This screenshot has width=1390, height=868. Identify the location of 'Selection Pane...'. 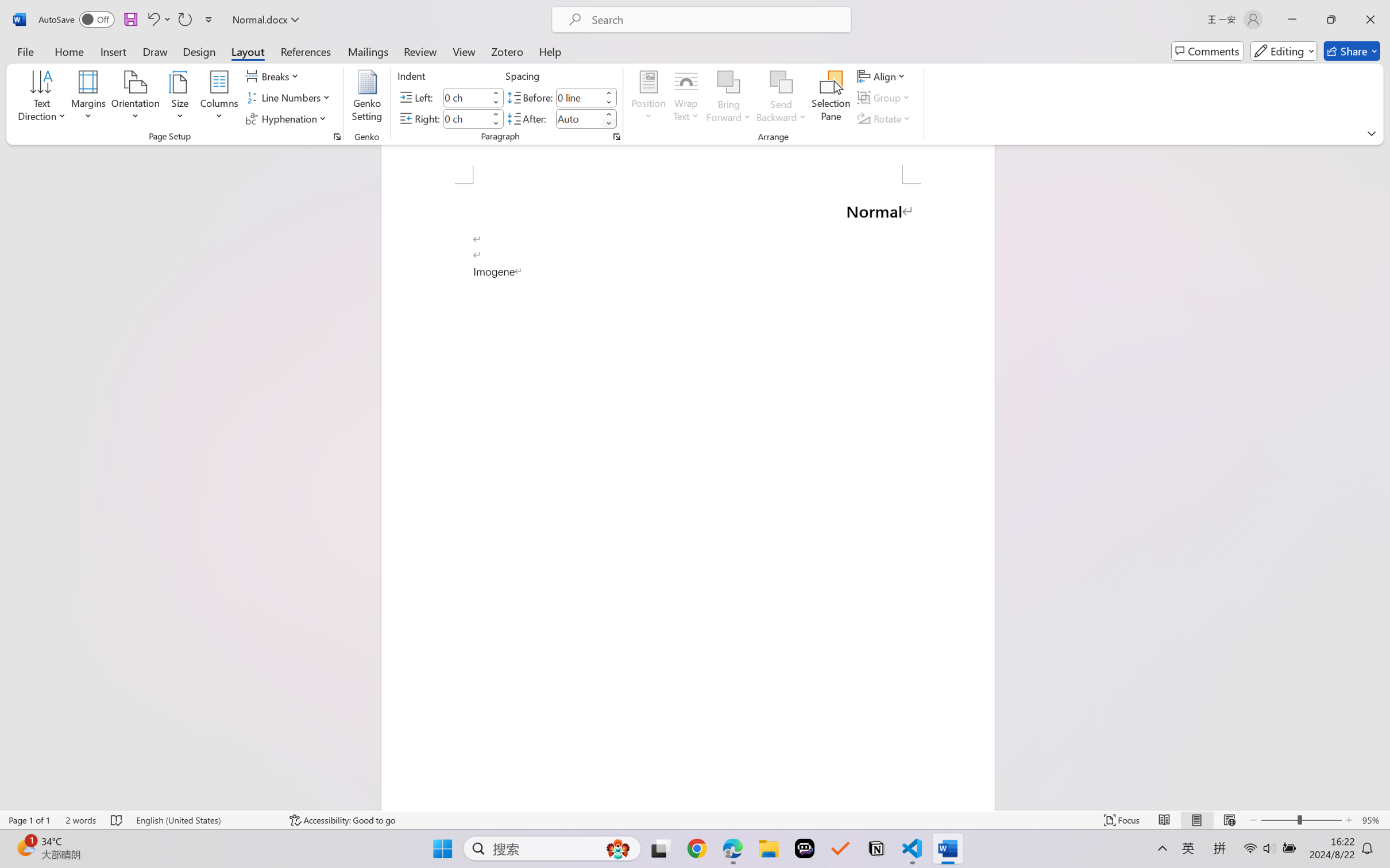
(830, 98).